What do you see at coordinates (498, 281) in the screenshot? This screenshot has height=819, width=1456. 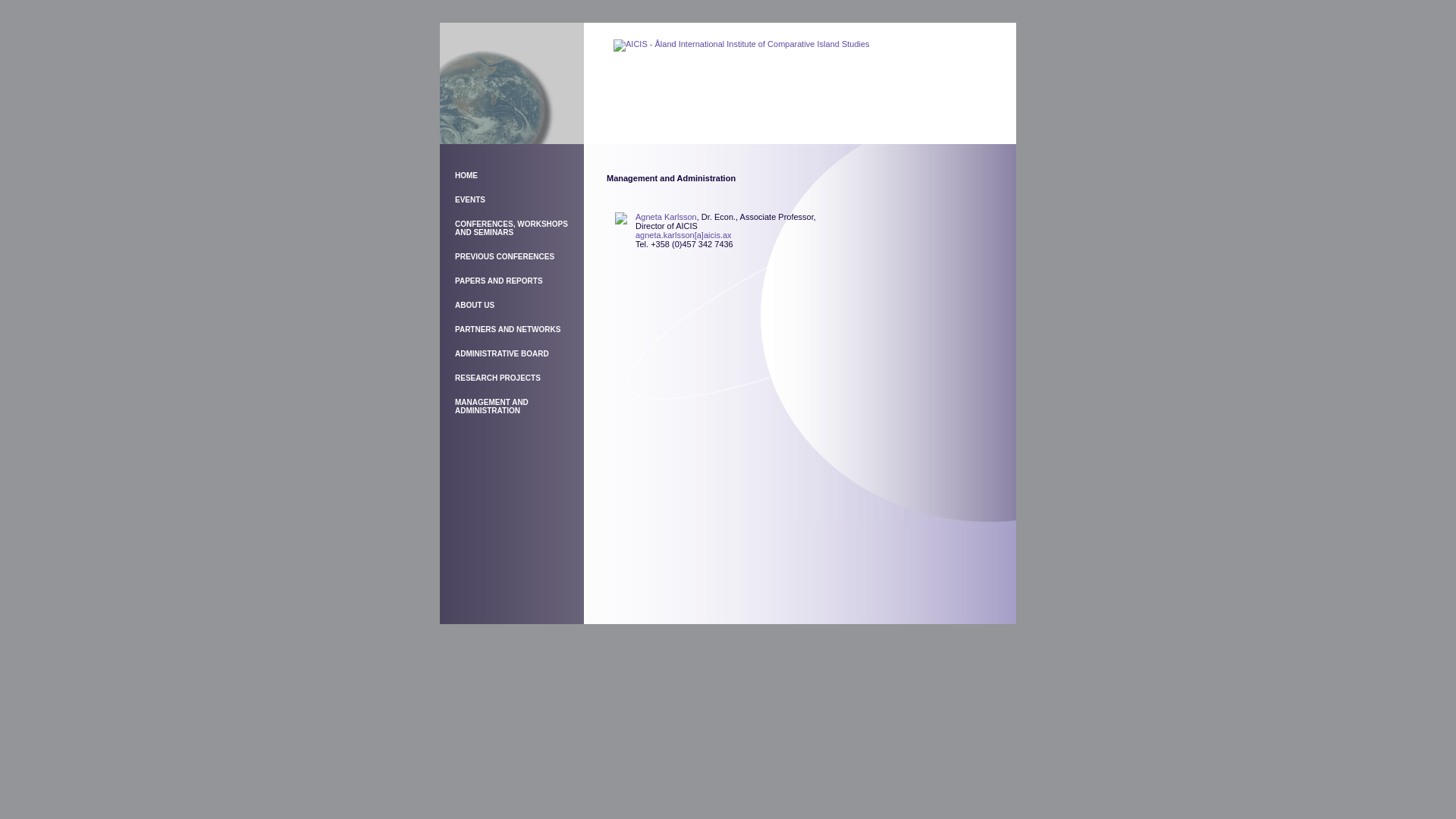 I see `'PAPERS AND REPORTS'` at bounding box center [498, 281].